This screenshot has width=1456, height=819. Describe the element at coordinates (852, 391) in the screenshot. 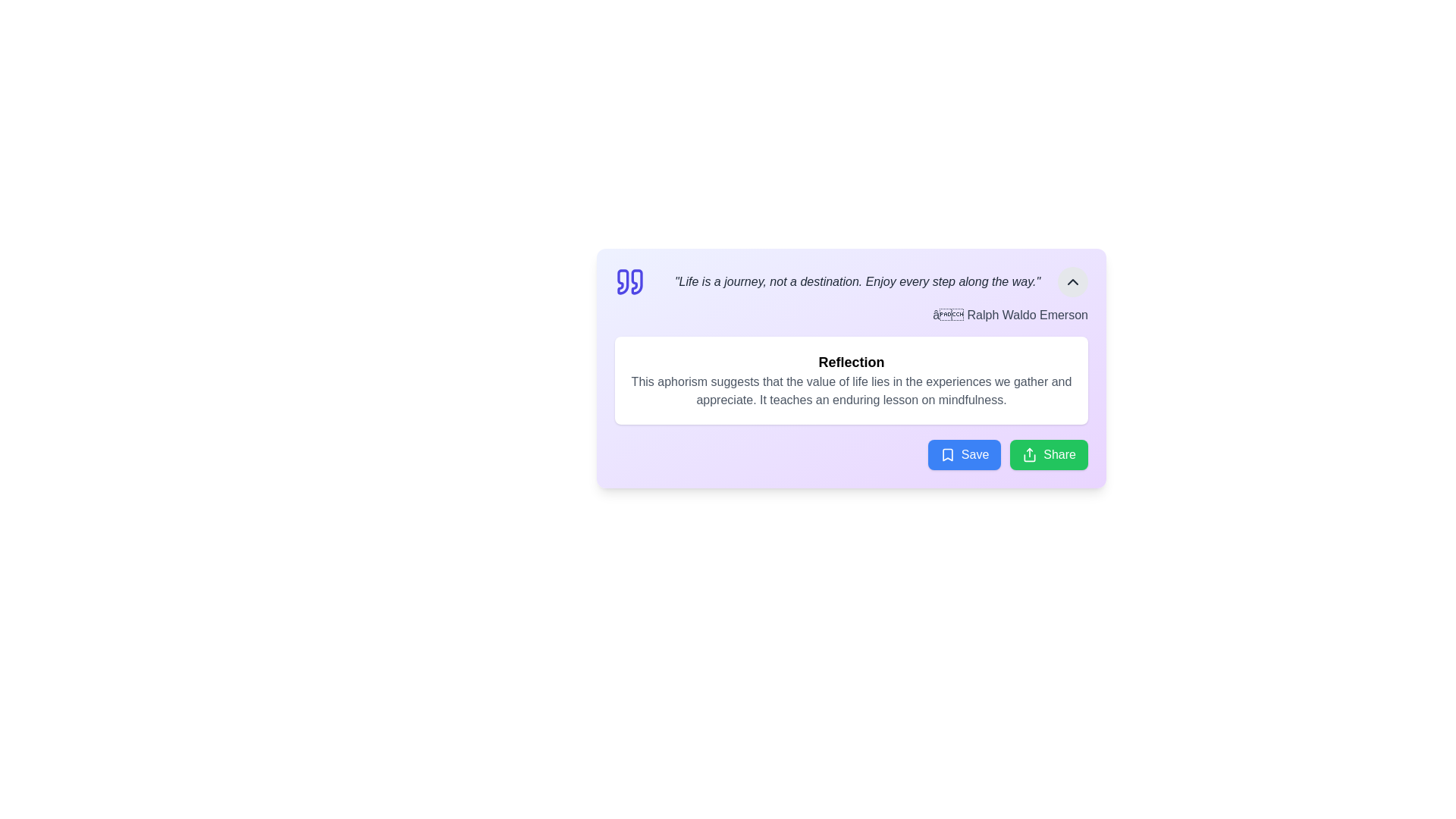

I see `informational text content about mindfulness positioned below the 'Reflection' heading, which is styled in a smaller, grayish font` at that location.